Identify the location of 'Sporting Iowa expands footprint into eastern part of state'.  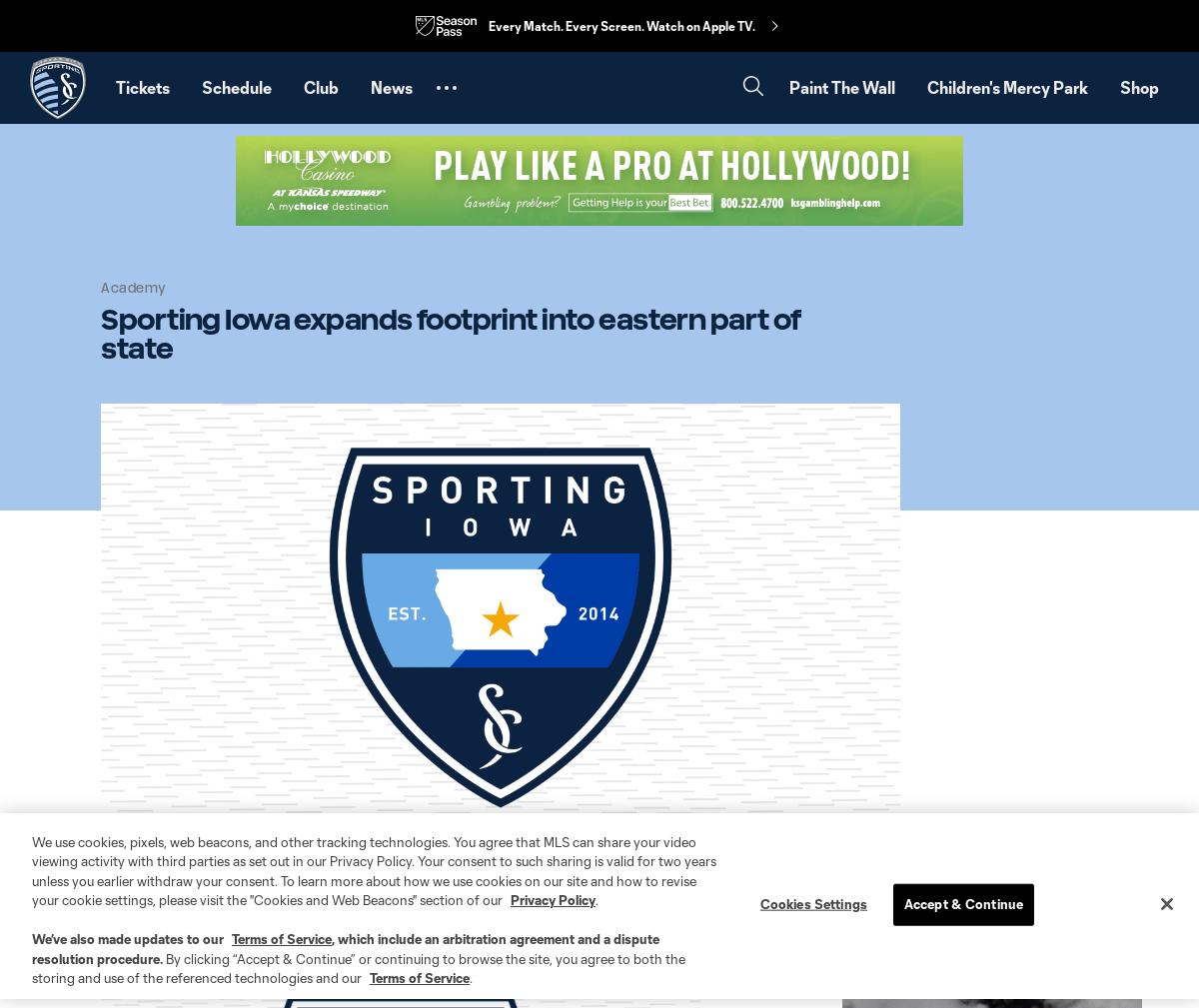
(450, 332).